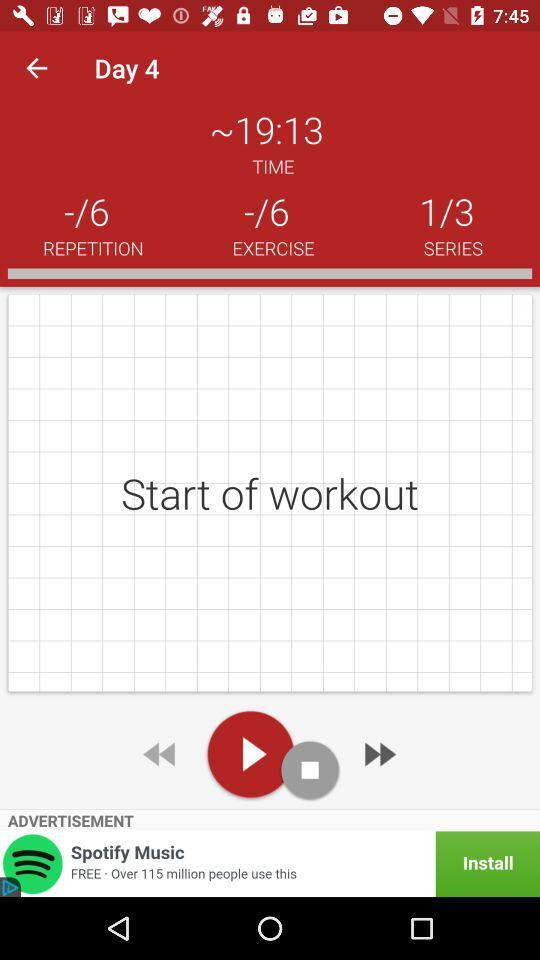  Describe the element at coordinates (378, 753) in the screenshot. I see `fast forward` at that location.